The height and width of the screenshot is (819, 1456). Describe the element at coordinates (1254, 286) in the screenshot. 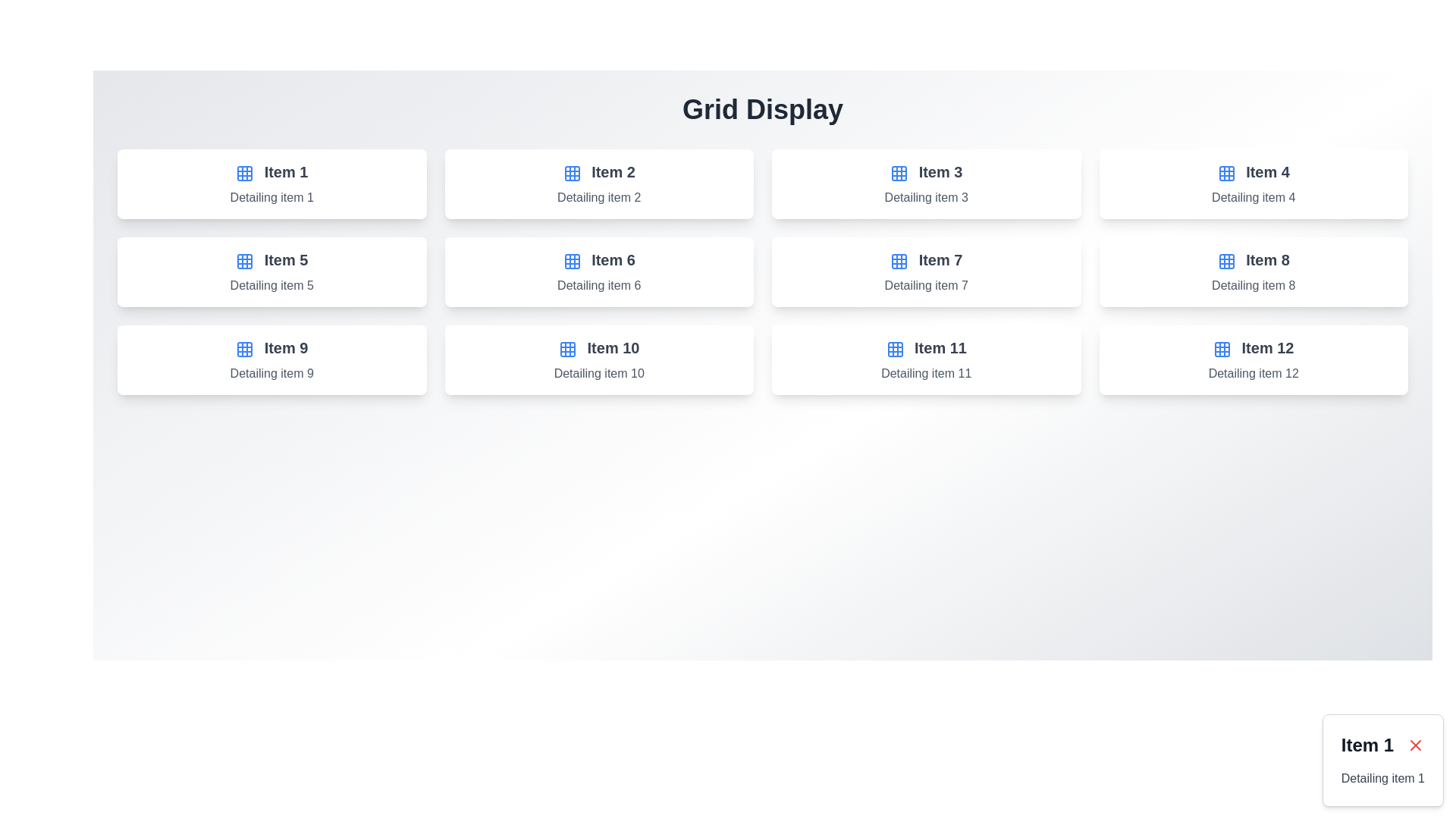

I see `the text element displaying 'Detailing item 8', which is the subtext below 'Item 8' in the card component located in the second row, fourth column of the grid` at that location.